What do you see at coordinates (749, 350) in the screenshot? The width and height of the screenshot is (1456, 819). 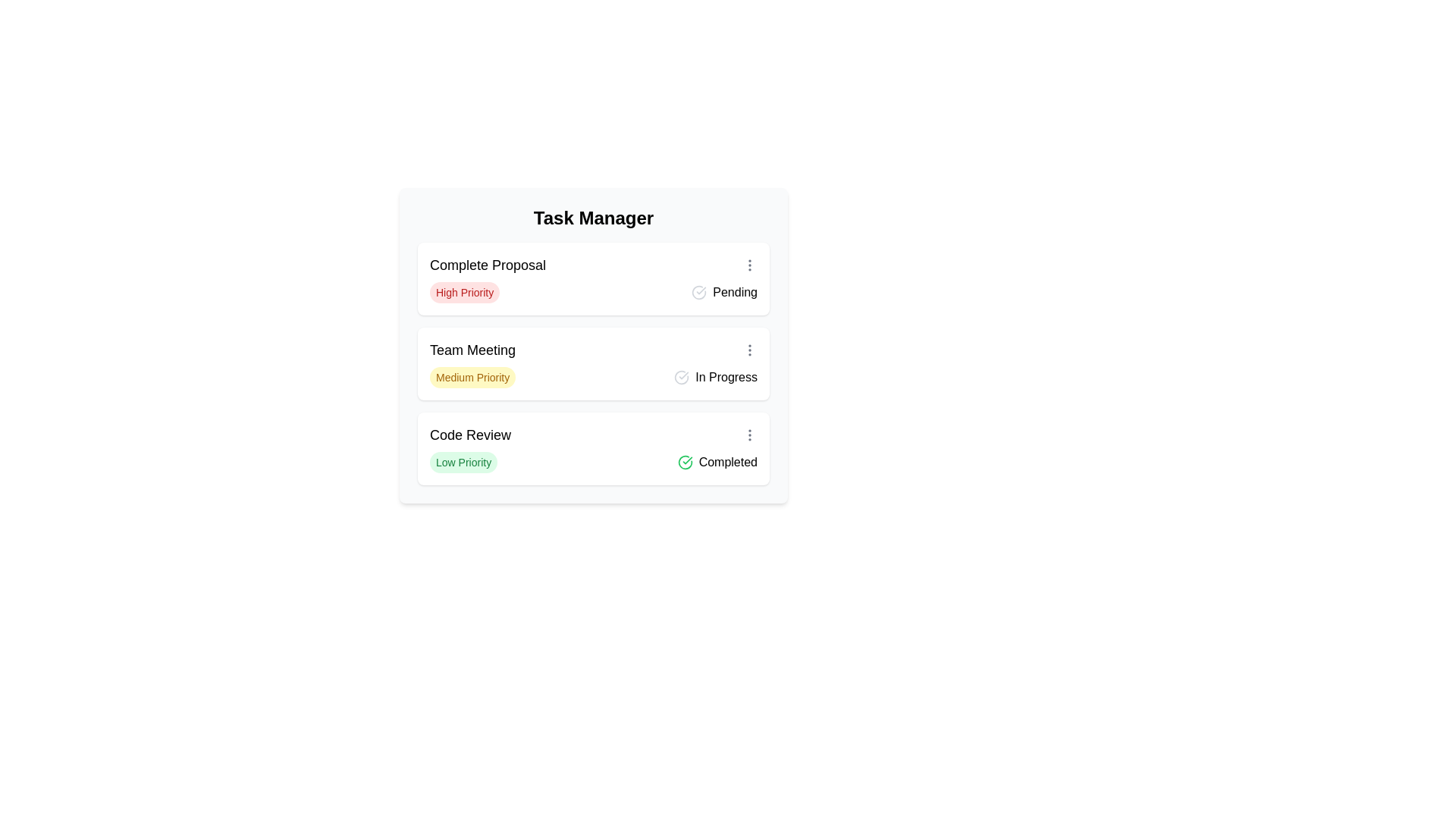 I see `the vertical ellipsis icon located to the right of the 'In Progress' text in the 'Team Meeting' row of the 'Task Manager' interface` at bounding box center [749, 350].